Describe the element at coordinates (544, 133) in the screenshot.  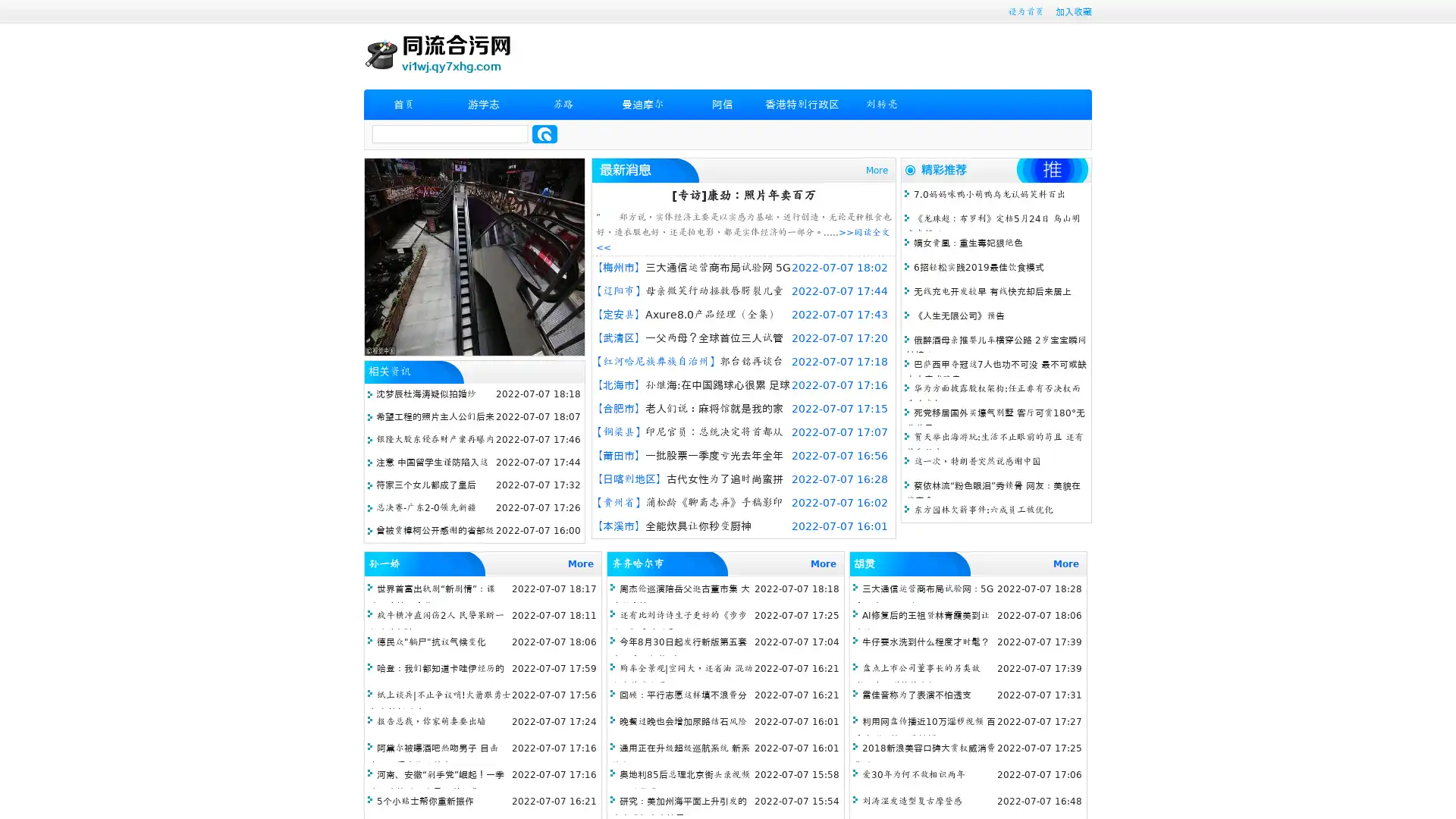
I see `Search` at that location.